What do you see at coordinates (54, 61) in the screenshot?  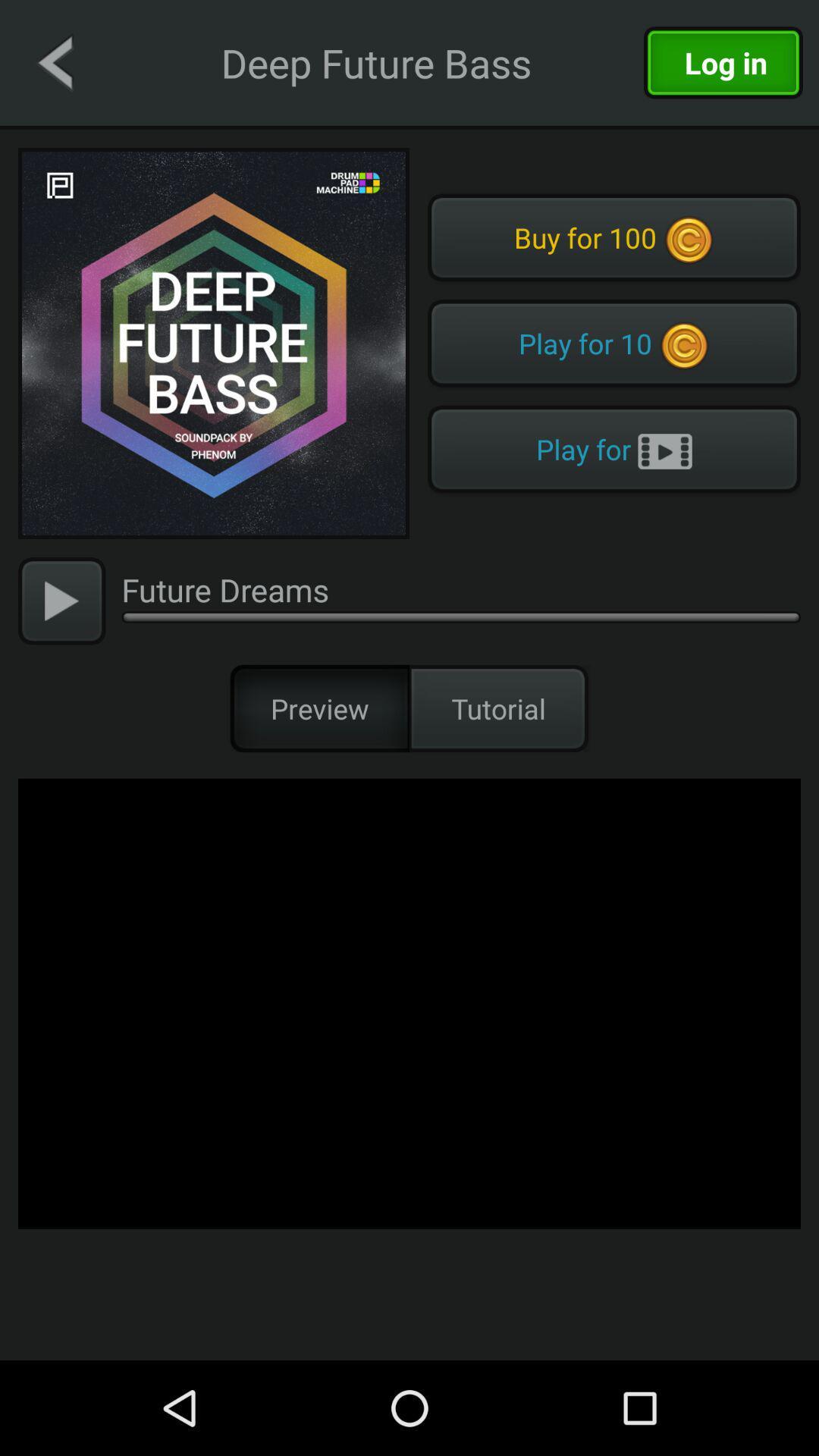 I see `the arrow_backward icon` at bounding box center [54, 61].